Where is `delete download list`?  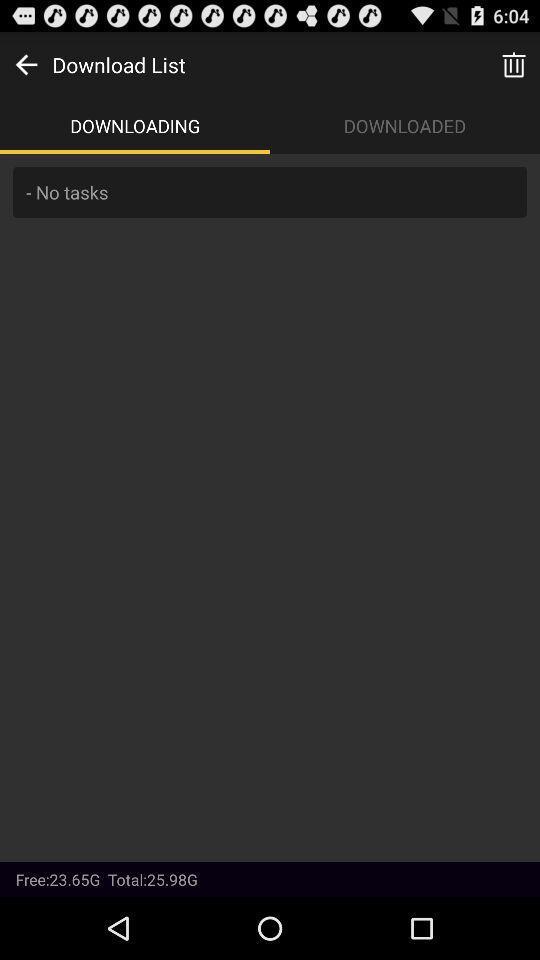 delete download list is located at coordinates (513, 64).